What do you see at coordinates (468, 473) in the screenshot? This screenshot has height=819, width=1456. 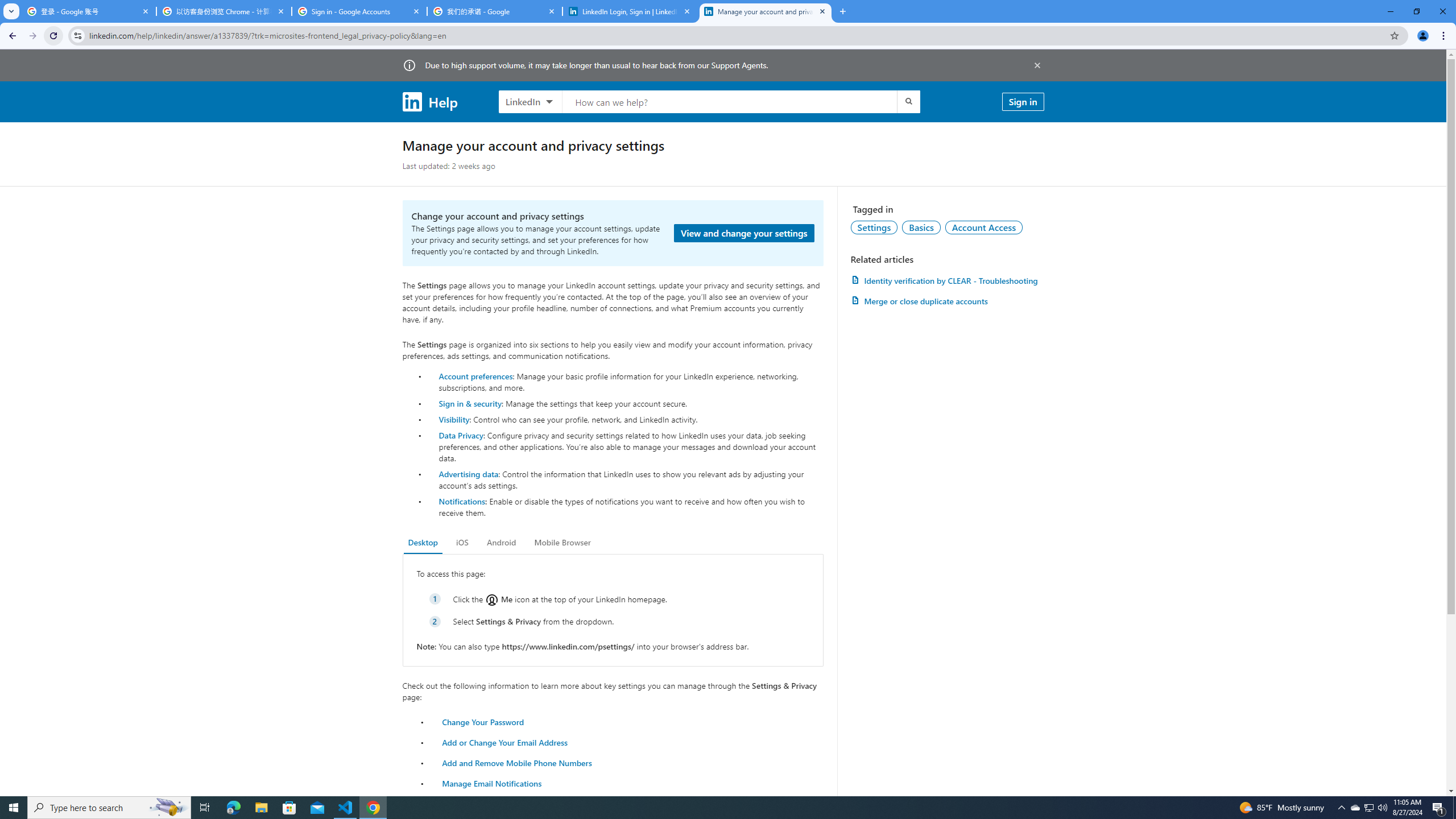 I see `'Advertising data'` at bounding box center [468, 473].